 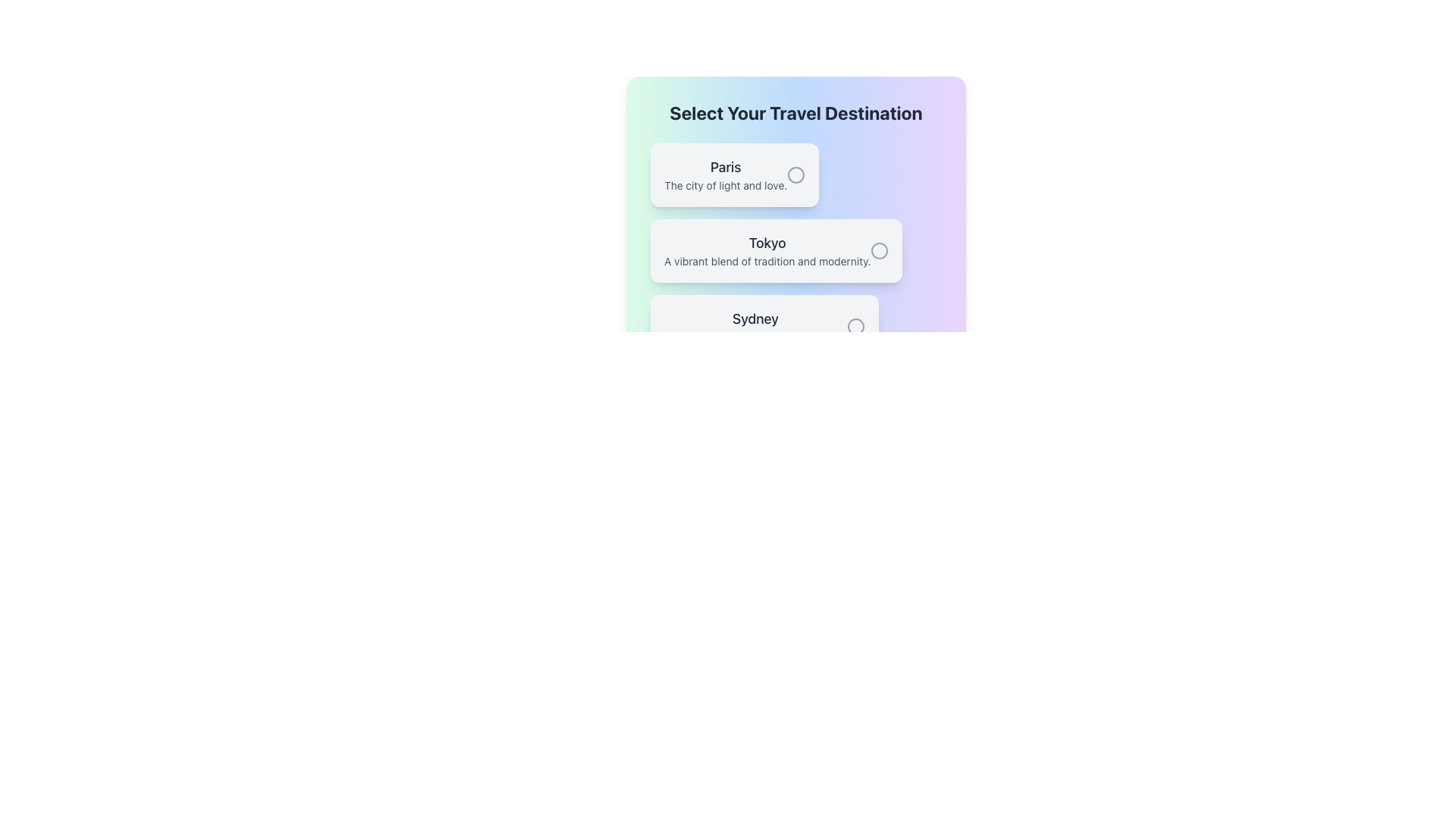 What do you see at coordinates (795, 230) in the screenshot?
I see `the interactive list item labeled 'Select Your Travel Destination' which is centrally` at bounding box center [795, 230].